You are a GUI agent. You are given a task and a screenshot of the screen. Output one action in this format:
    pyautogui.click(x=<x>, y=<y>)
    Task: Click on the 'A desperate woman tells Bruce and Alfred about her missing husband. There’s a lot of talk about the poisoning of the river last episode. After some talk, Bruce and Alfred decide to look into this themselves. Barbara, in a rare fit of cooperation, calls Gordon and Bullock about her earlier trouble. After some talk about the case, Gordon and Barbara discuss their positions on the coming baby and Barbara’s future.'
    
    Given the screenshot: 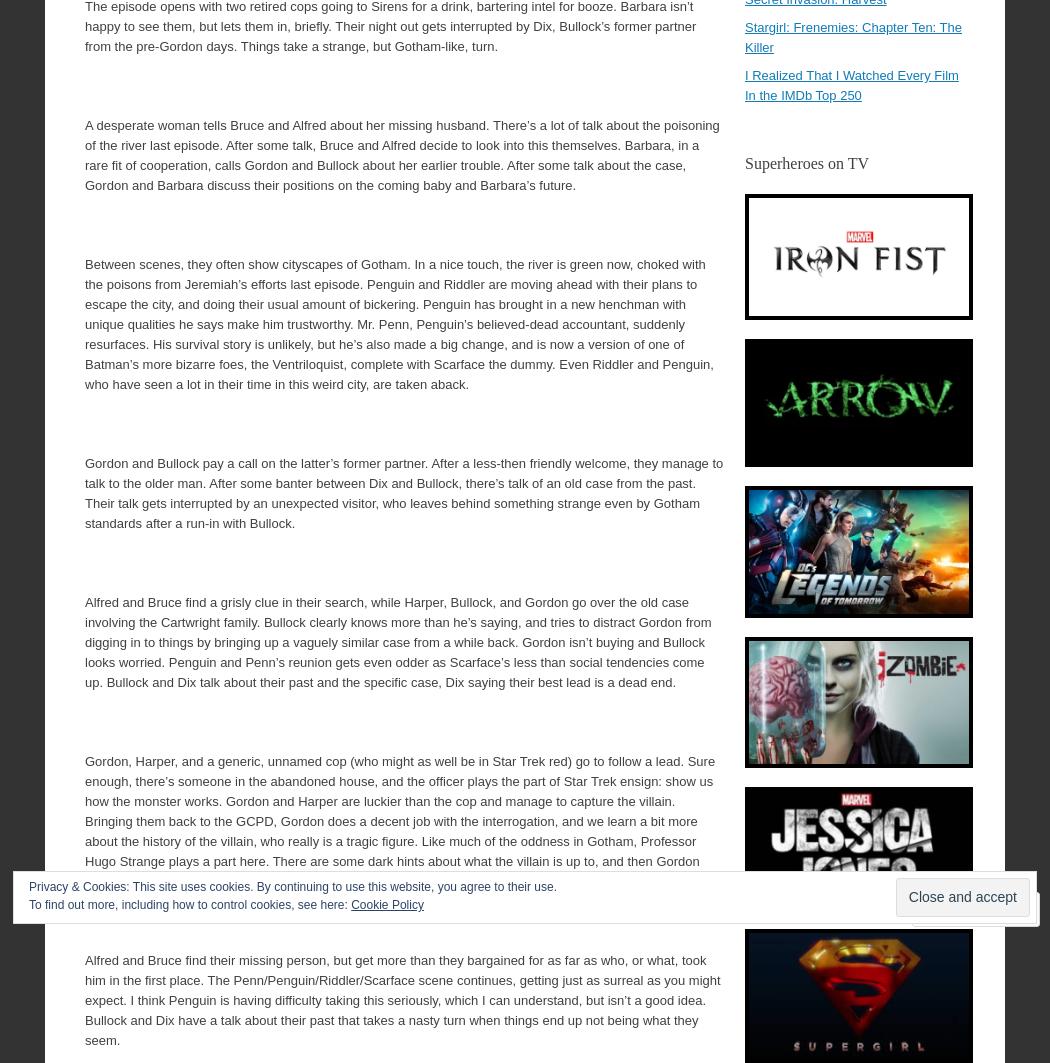 What is the action you would take?
    pyautogui.click(x=402, y=155)
    